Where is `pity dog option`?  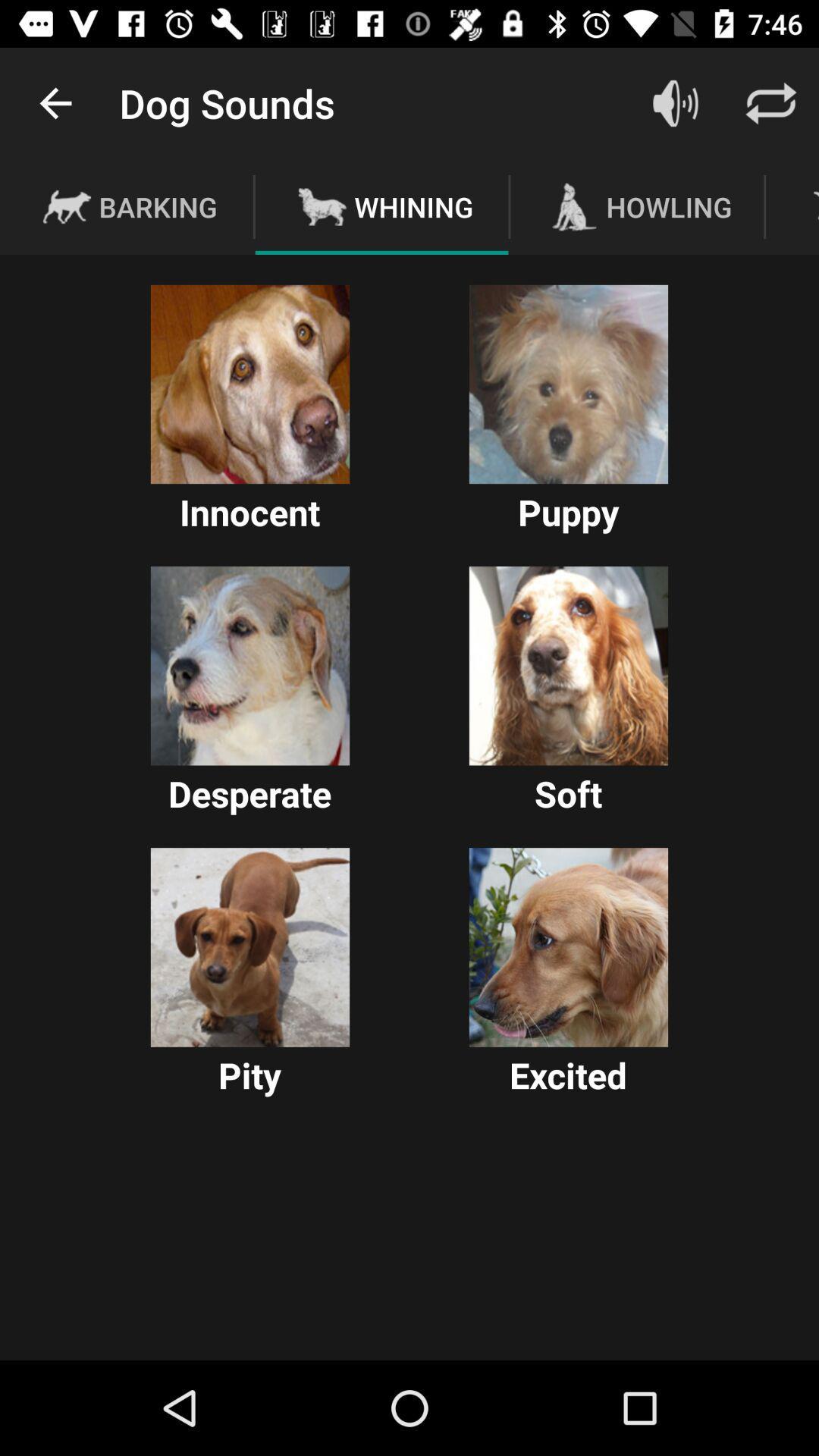 pity dog option is located at coordinates (249, 946).